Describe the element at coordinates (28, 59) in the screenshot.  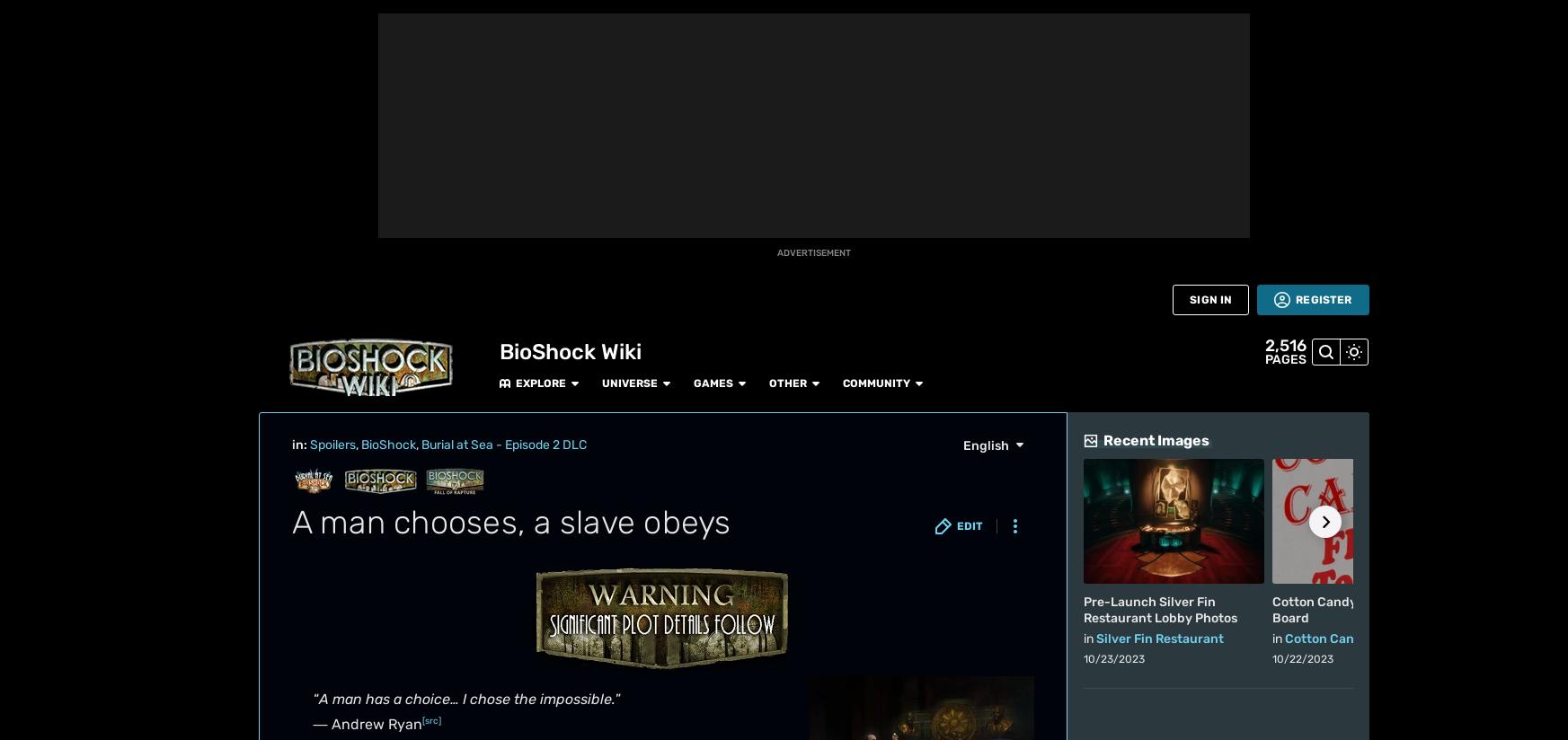
I see `'FANDOM'` at that location.